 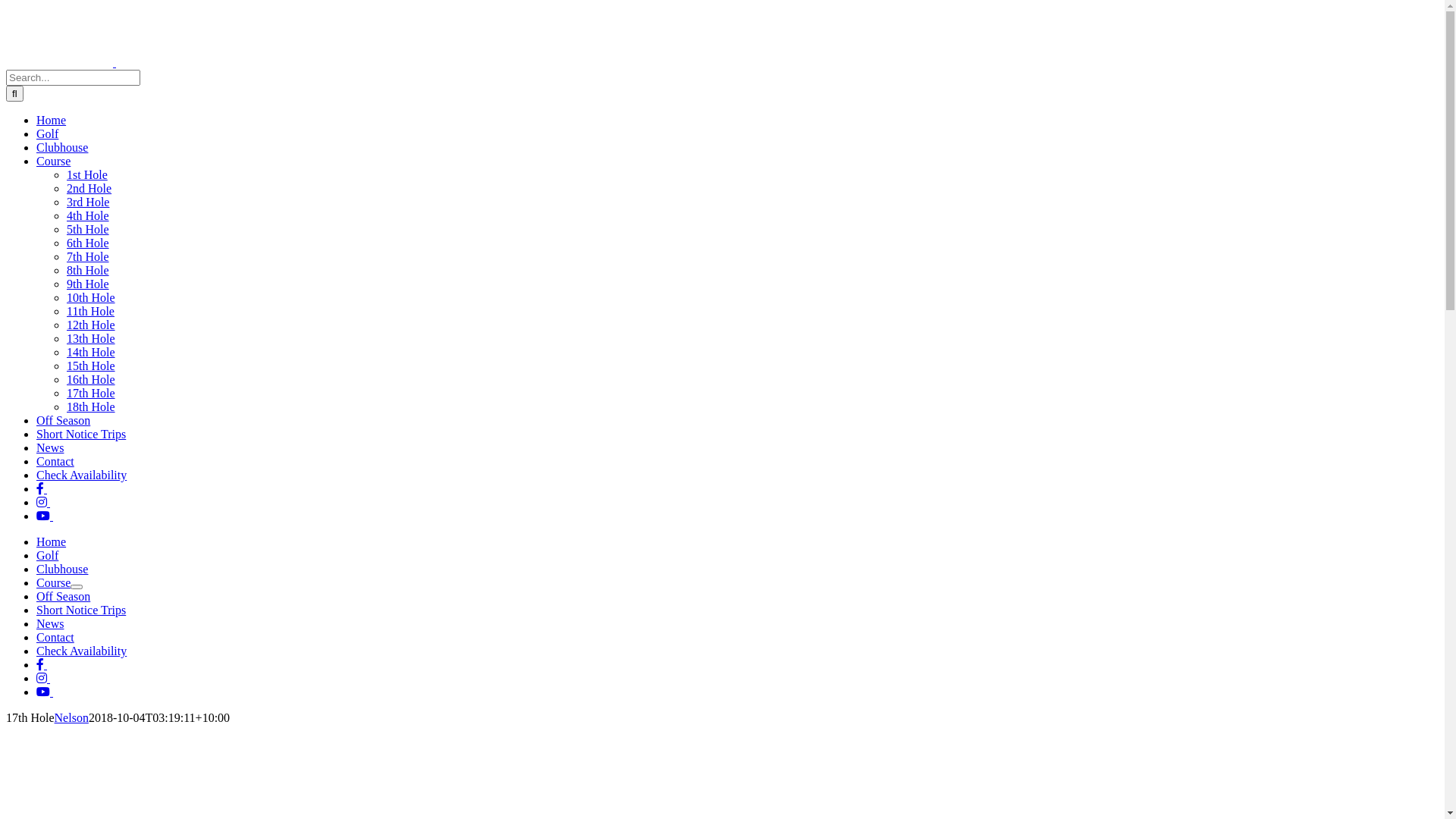 What do you see at coordinates (86, 256) in the screenshot?
I see `'7th Hole'` at bounding box center [86, 256].